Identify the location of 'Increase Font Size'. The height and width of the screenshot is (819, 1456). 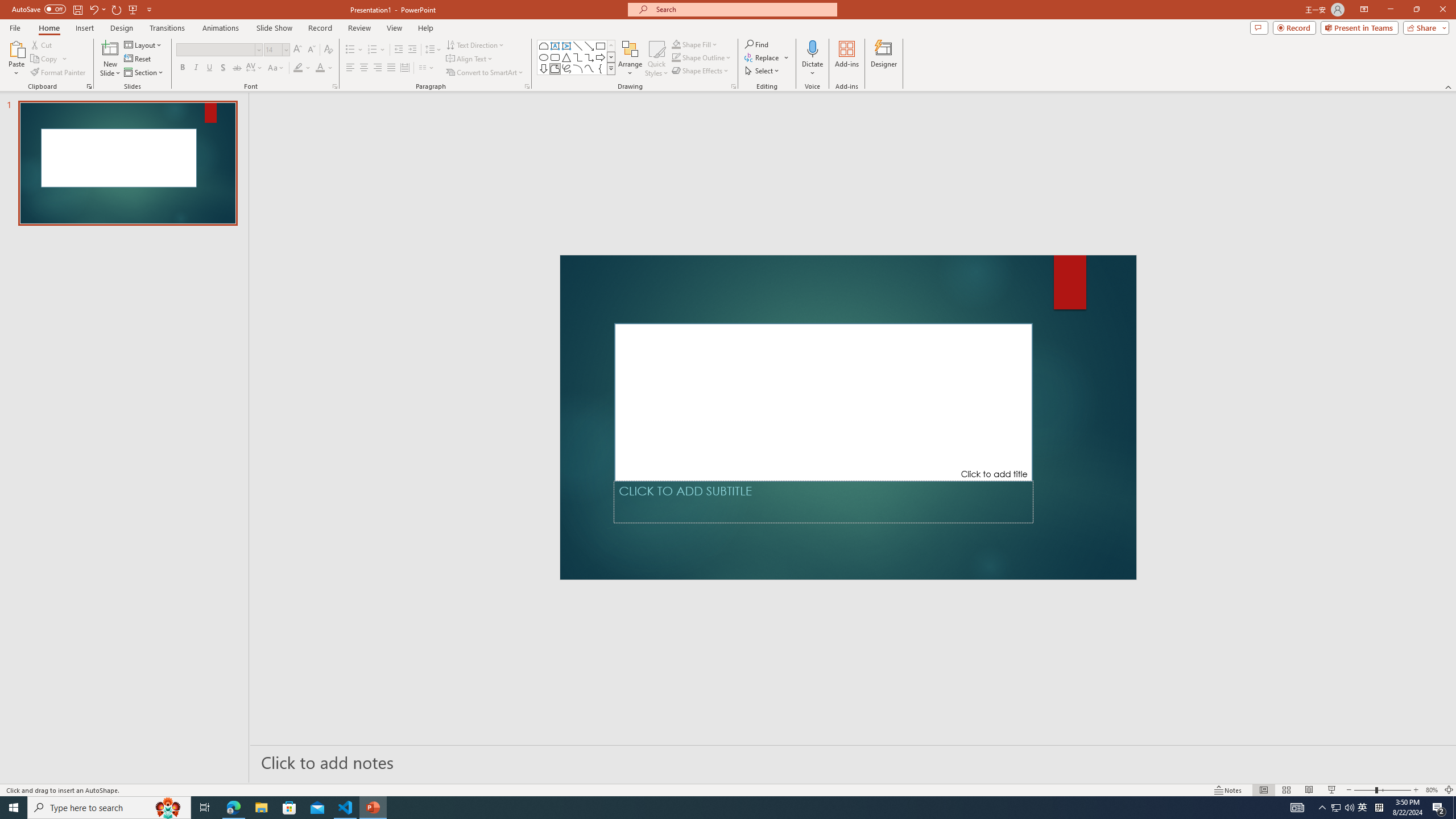
(297, 49).